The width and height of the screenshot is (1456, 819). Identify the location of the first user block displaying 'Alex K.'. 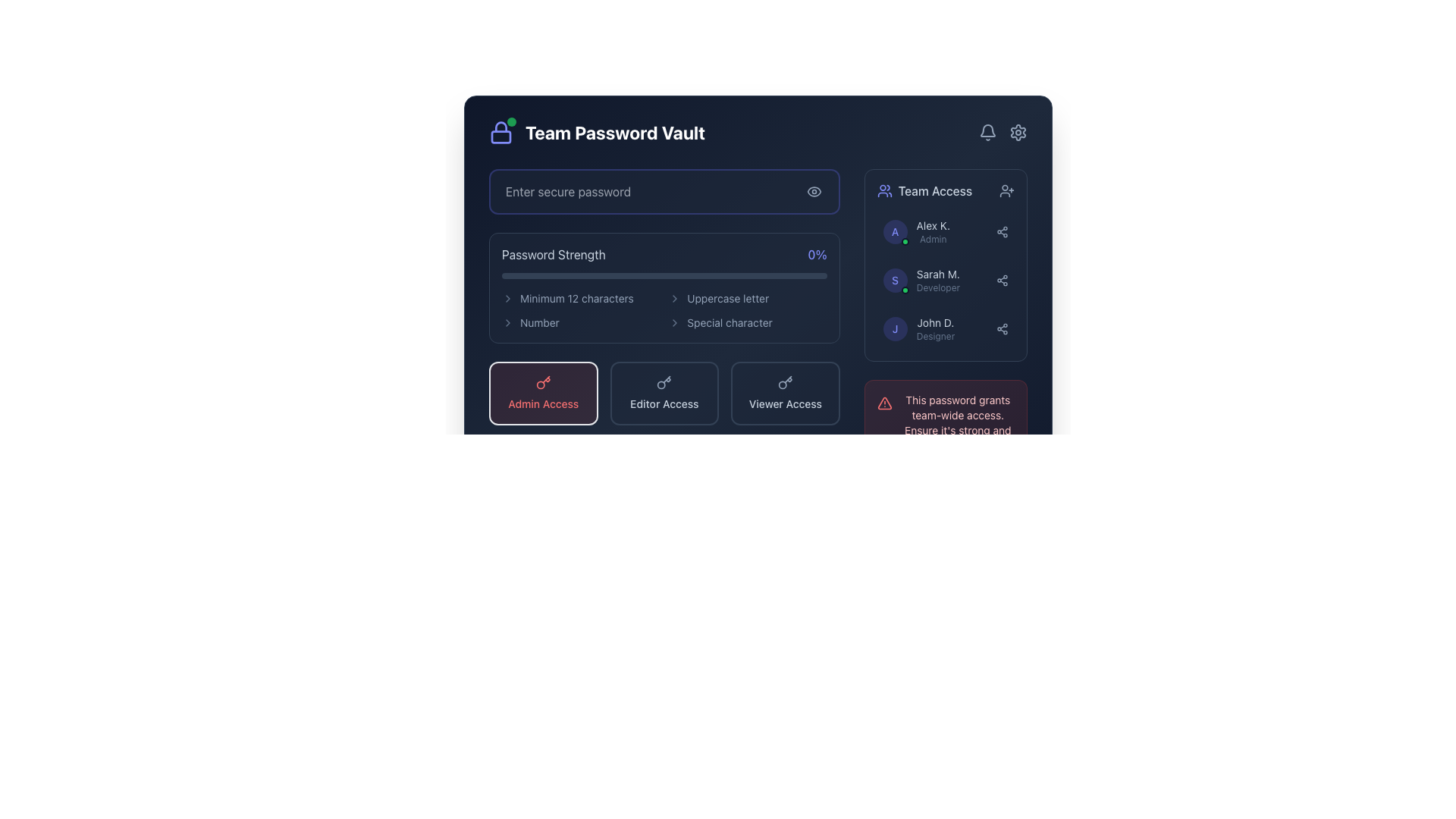
(945, 231).